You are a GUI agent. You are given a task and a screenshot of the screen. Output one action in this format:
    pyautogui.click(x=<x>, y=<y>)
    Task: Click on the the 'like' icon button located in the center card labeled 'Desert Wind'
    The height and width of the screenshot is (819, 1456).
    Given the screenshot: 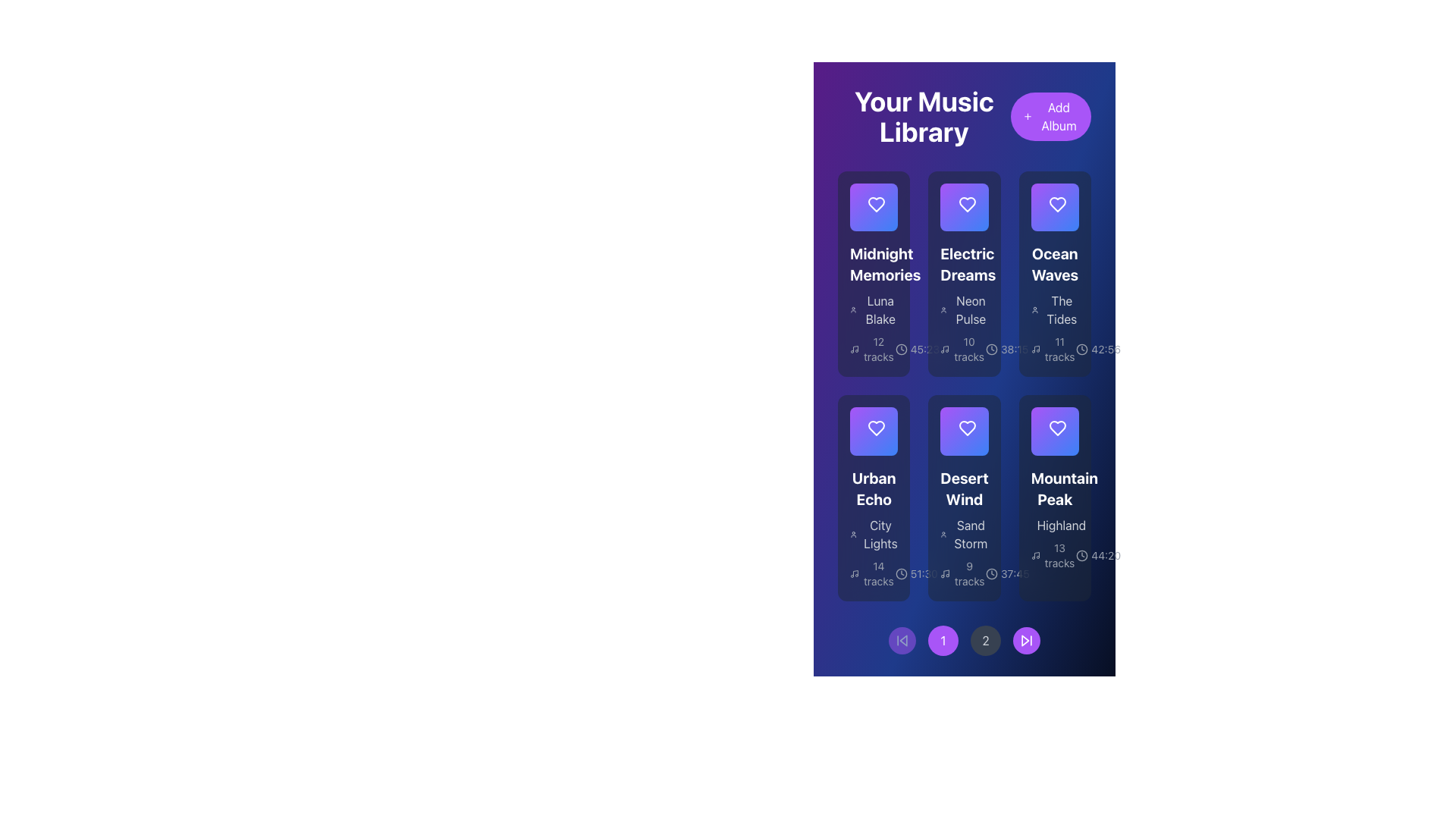 What is the action you would take?
    pyautogui.click(x=966, y=428)
    